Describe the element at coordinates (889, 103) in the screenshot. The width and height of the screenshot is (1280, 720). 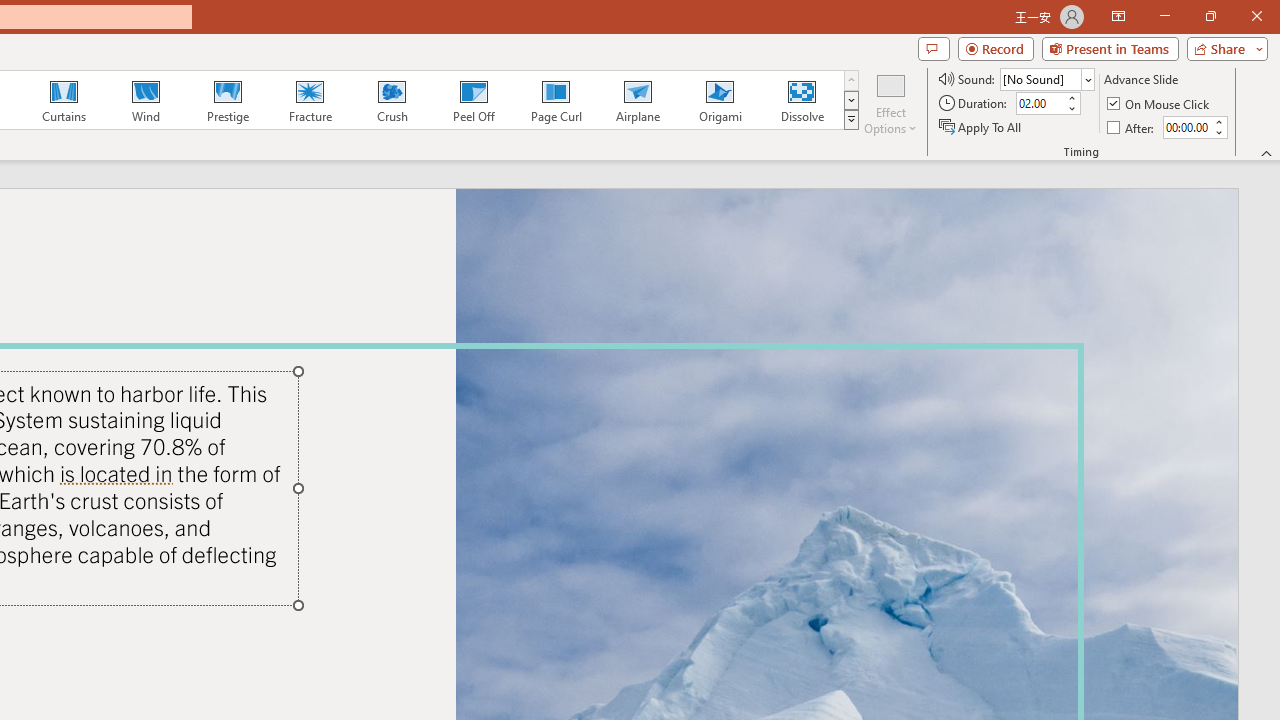
I see `'Effect Options'` at that location.